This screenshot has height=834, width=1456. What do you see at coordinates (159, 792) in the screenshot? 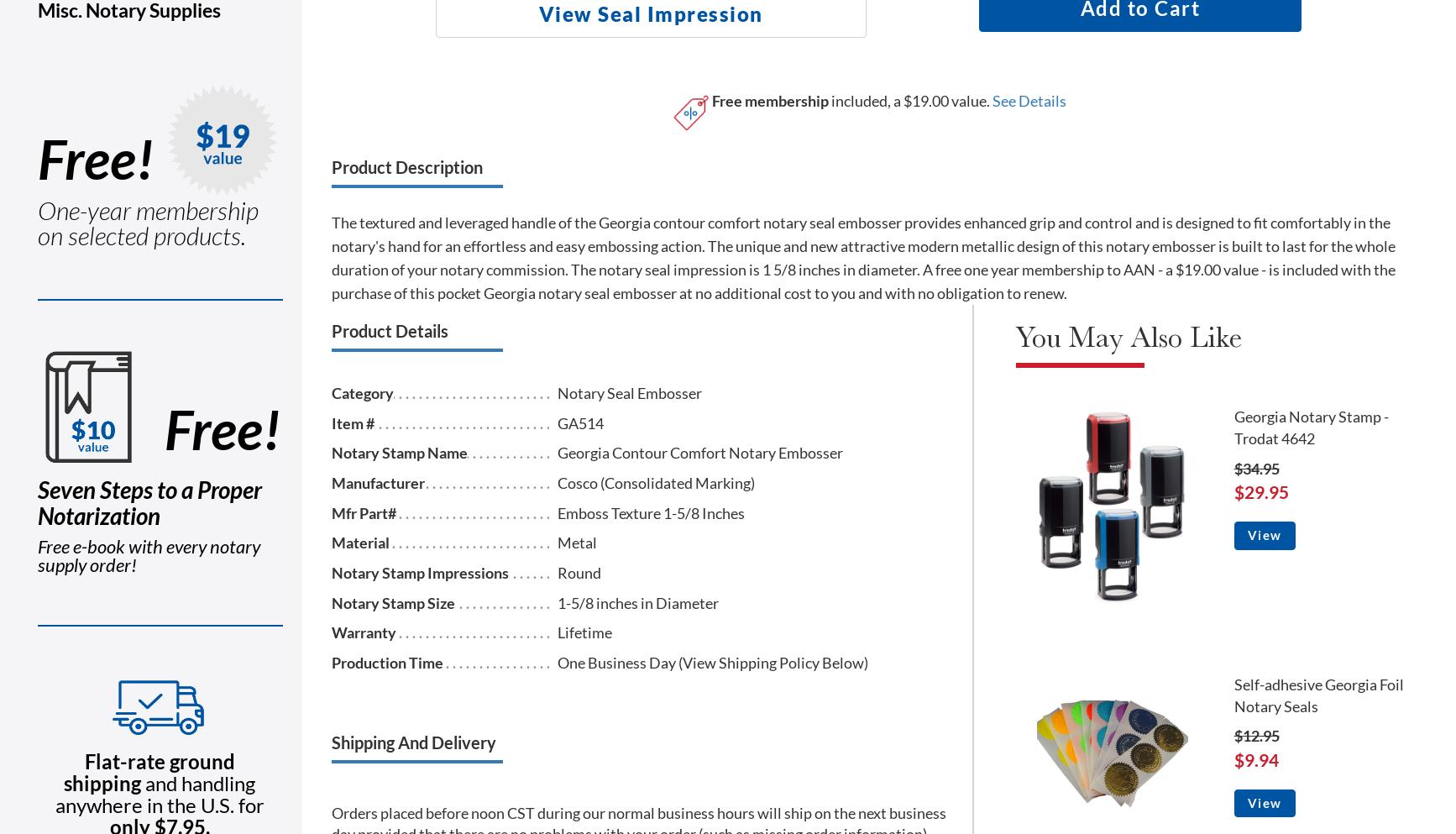
I see `'and handling anywhere in the U.S. for'` at bounding box center [159, 792].